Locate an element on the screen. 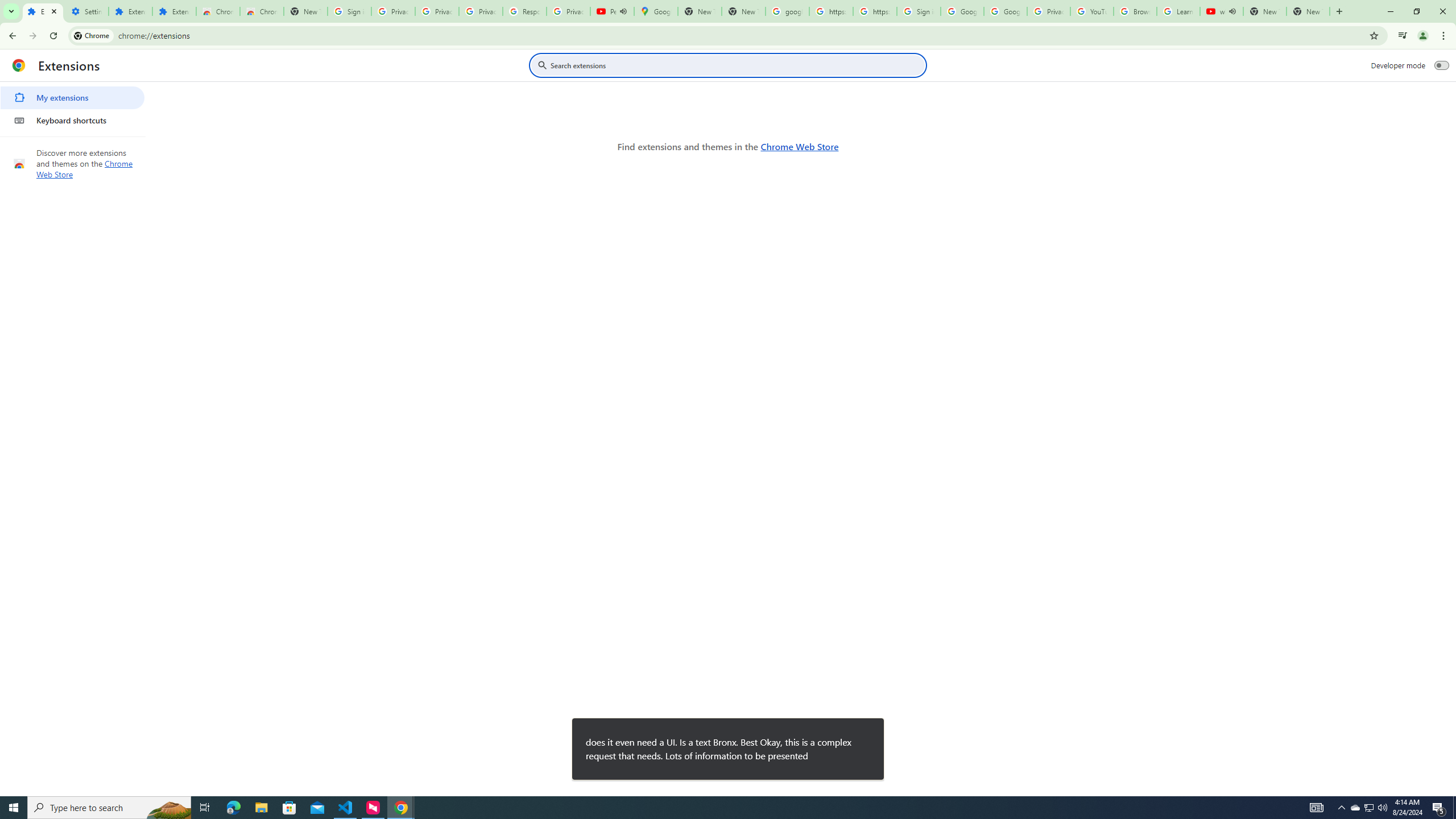 The image size is (1456, 819). 'https://scholar.google.com/' is located at coordinates (830, 11).